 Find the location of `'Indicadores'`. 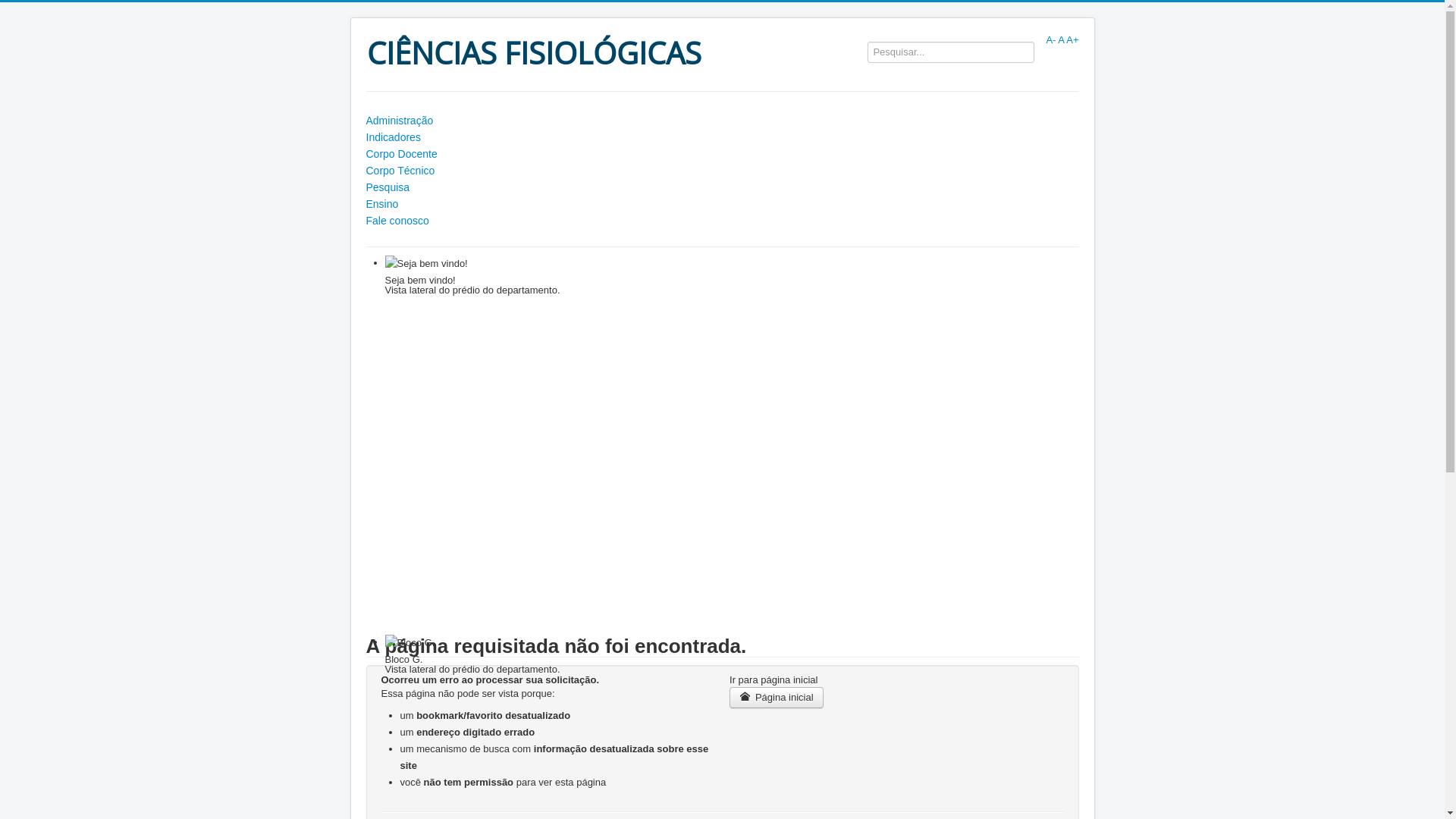

'Indicadores' is located at coordinates (720, 137).